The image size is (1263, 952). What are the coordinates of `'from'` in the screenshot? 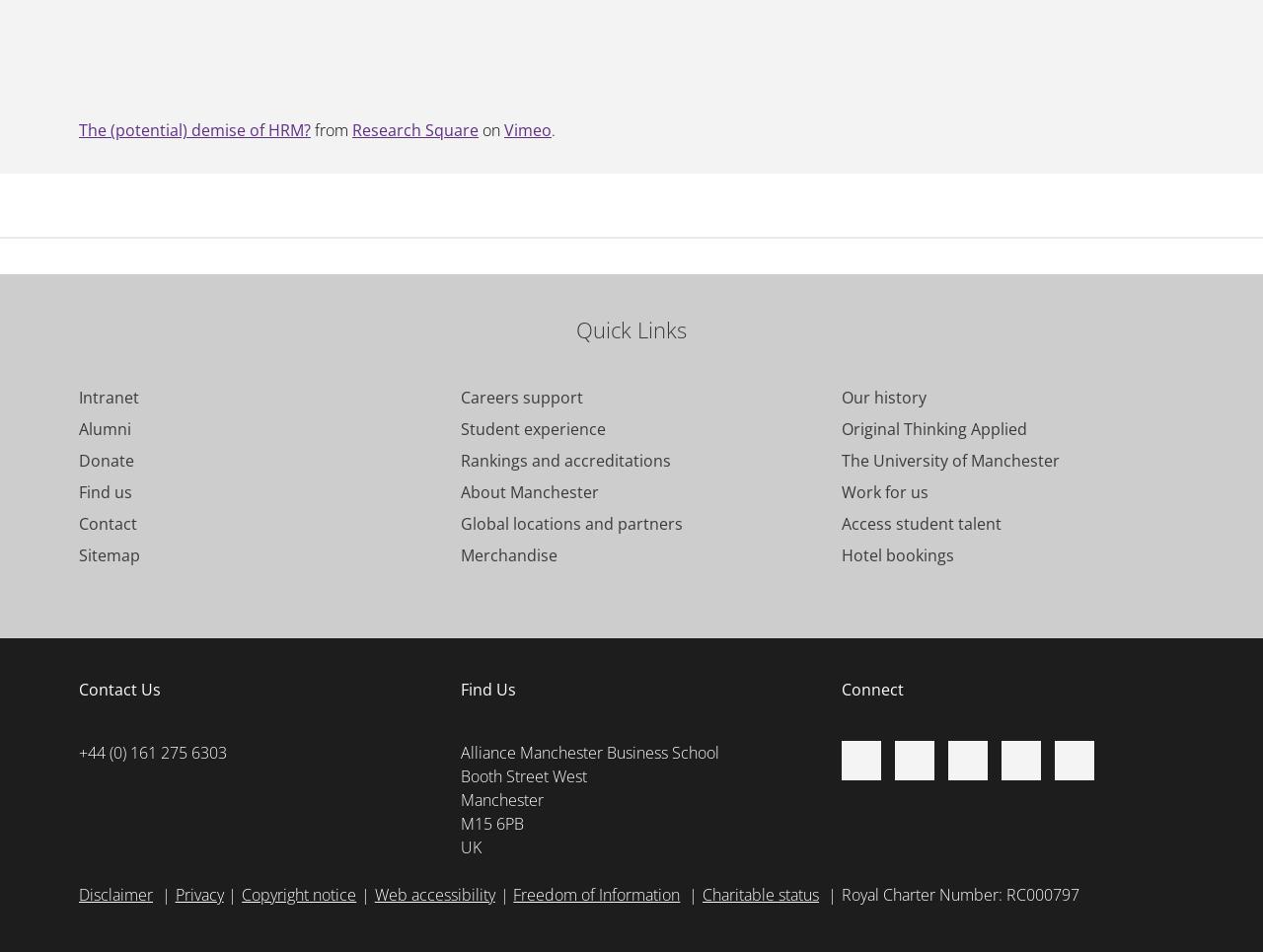 It's located at (332, 130).